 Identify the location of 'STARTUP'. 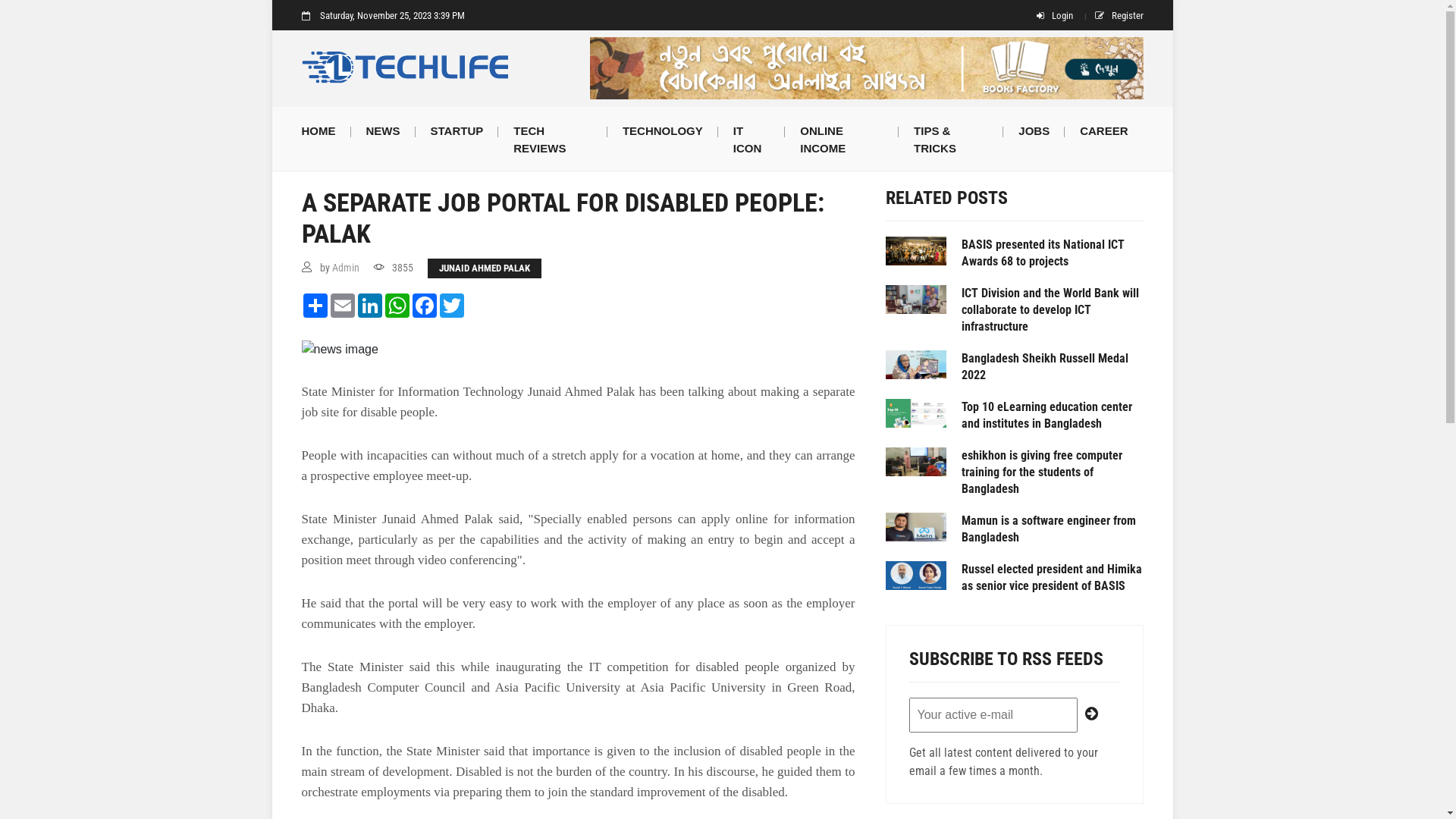
(457, 130).